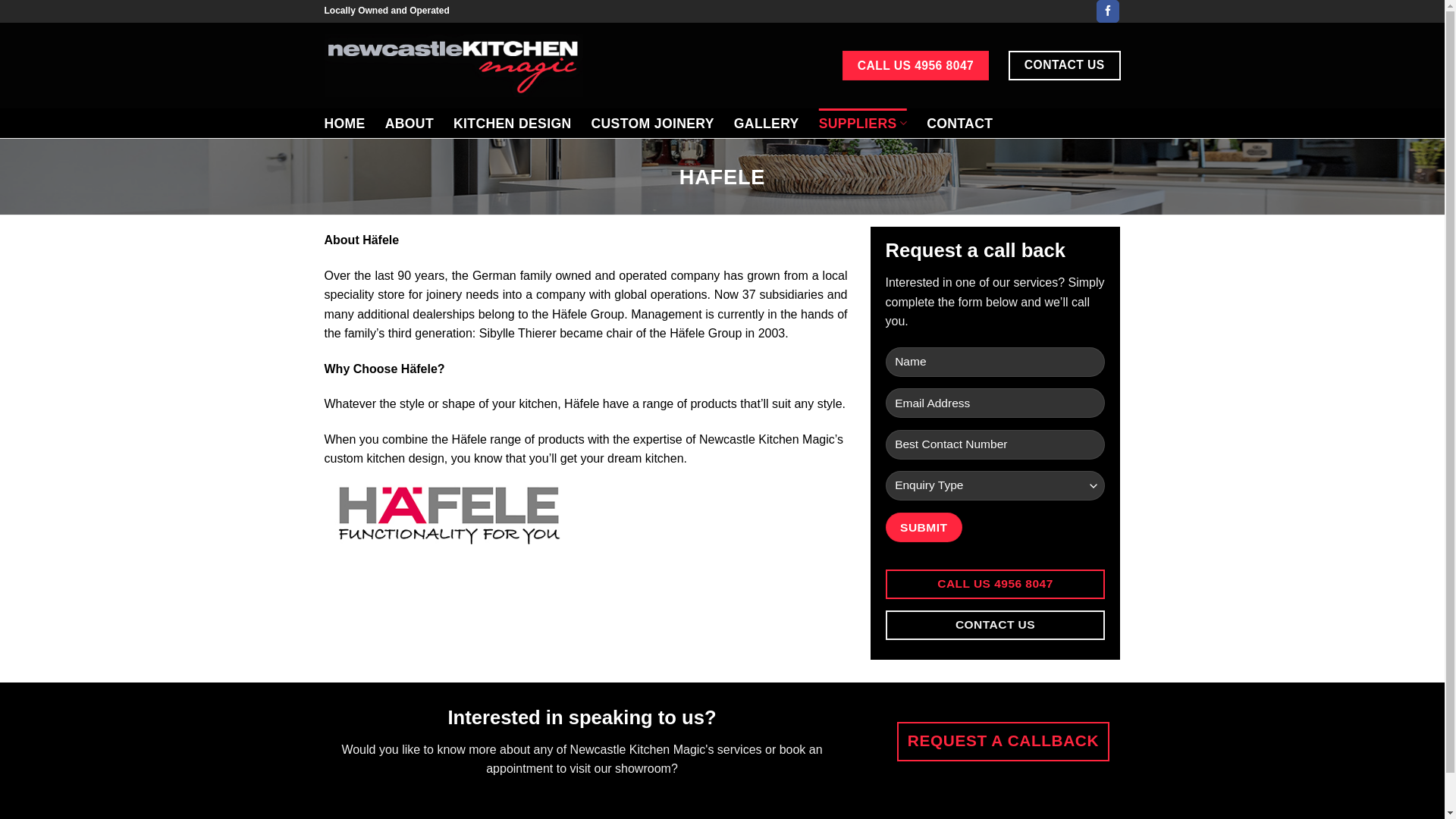  Describe the element at coordinates (453, 64) in the screenshot. I see `'Newcastle Kitchen Magic - Custom made kitchens and joinery'` at that location.